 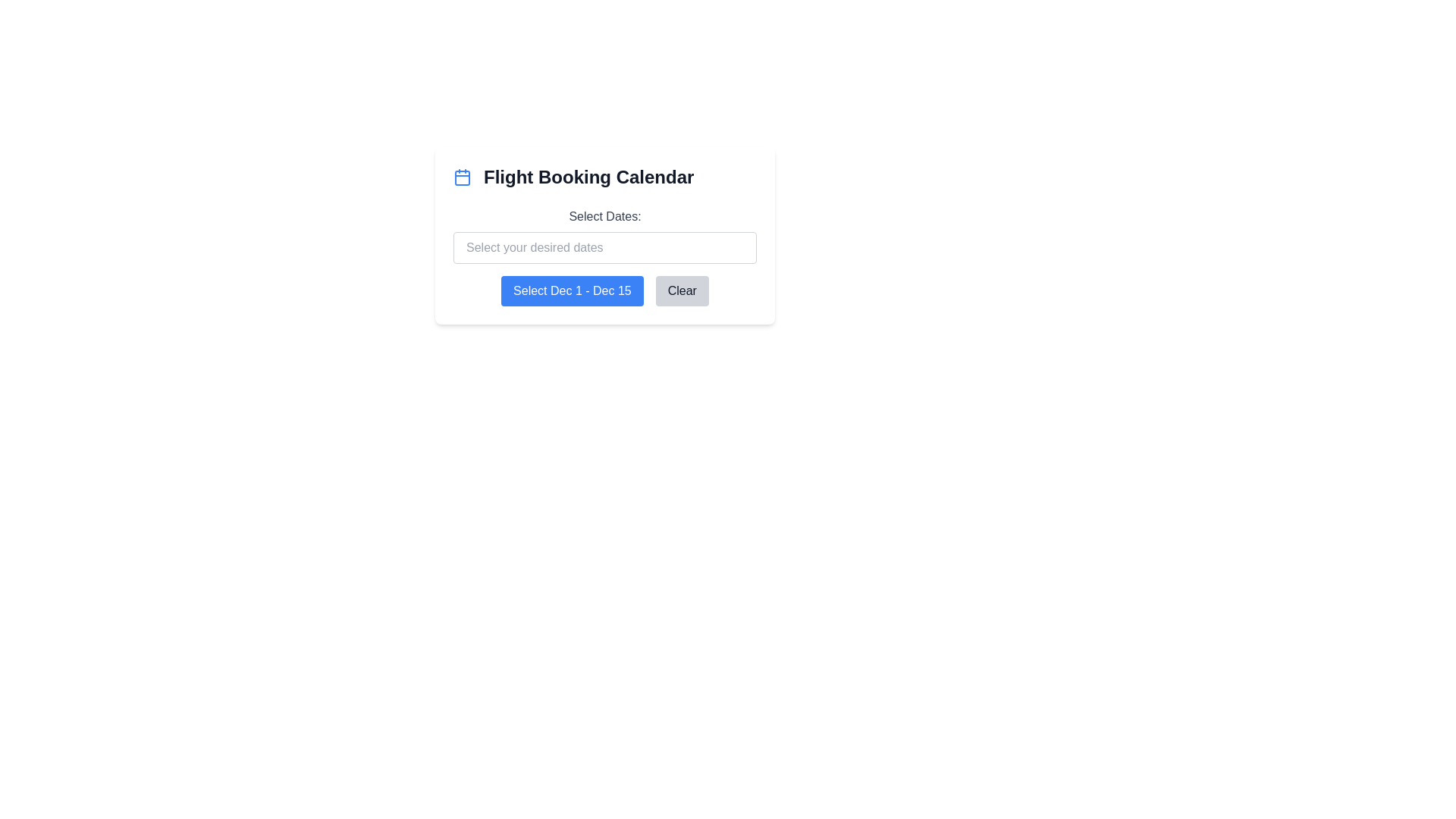 What do you see at coordinates (461, 177) in the screenshot?
I see `the calendar icon associated with the 'Flight Booking Calendar' text` at bounding box center [461, 177].